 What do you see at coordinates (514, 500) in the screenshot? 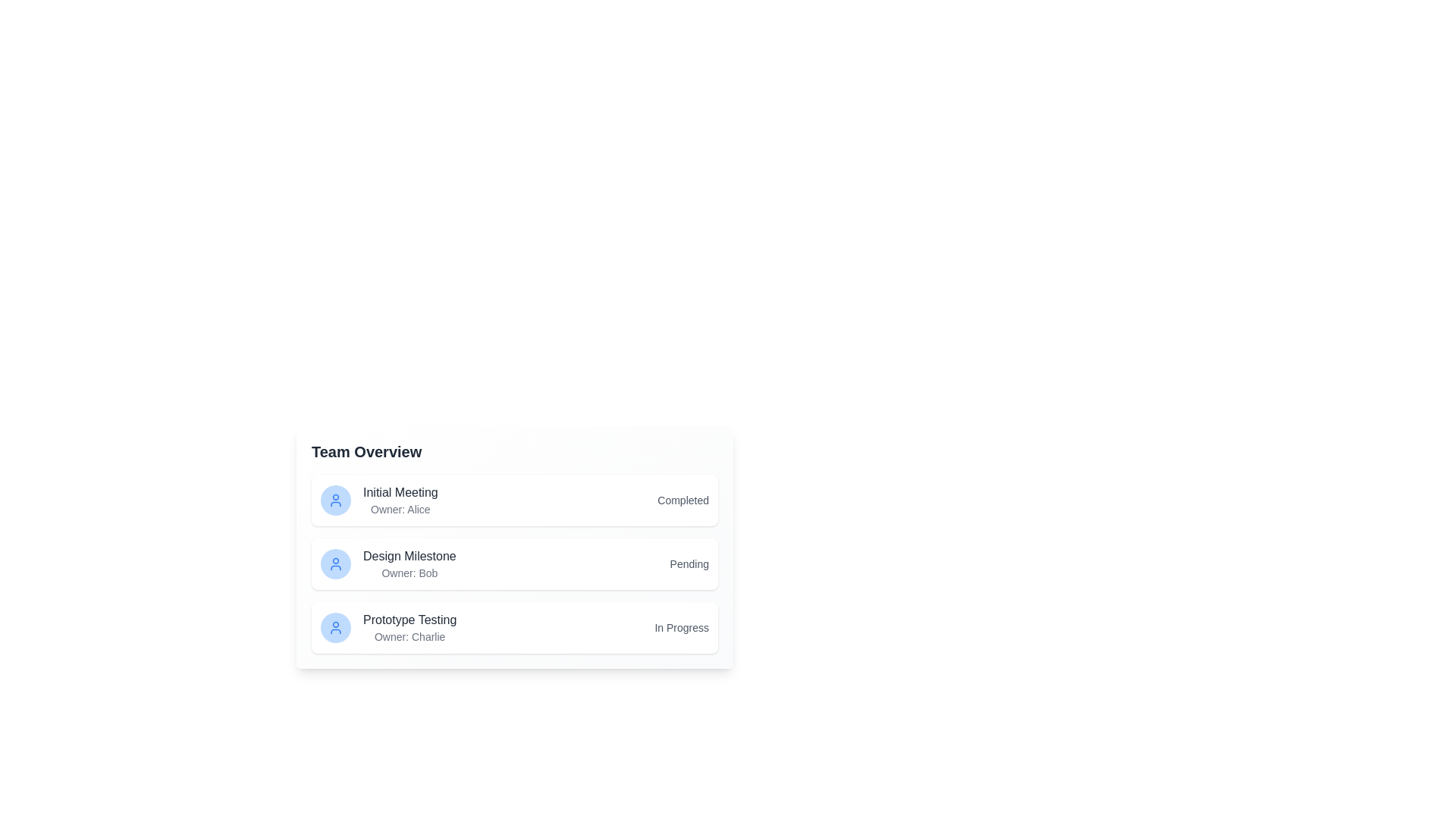
I see `the 'Initial Meeting' Card owned by 'Alice' in the 'Team Overview' section, which indicates its completion status as 'Completed'` at bounding box center [514, 500].